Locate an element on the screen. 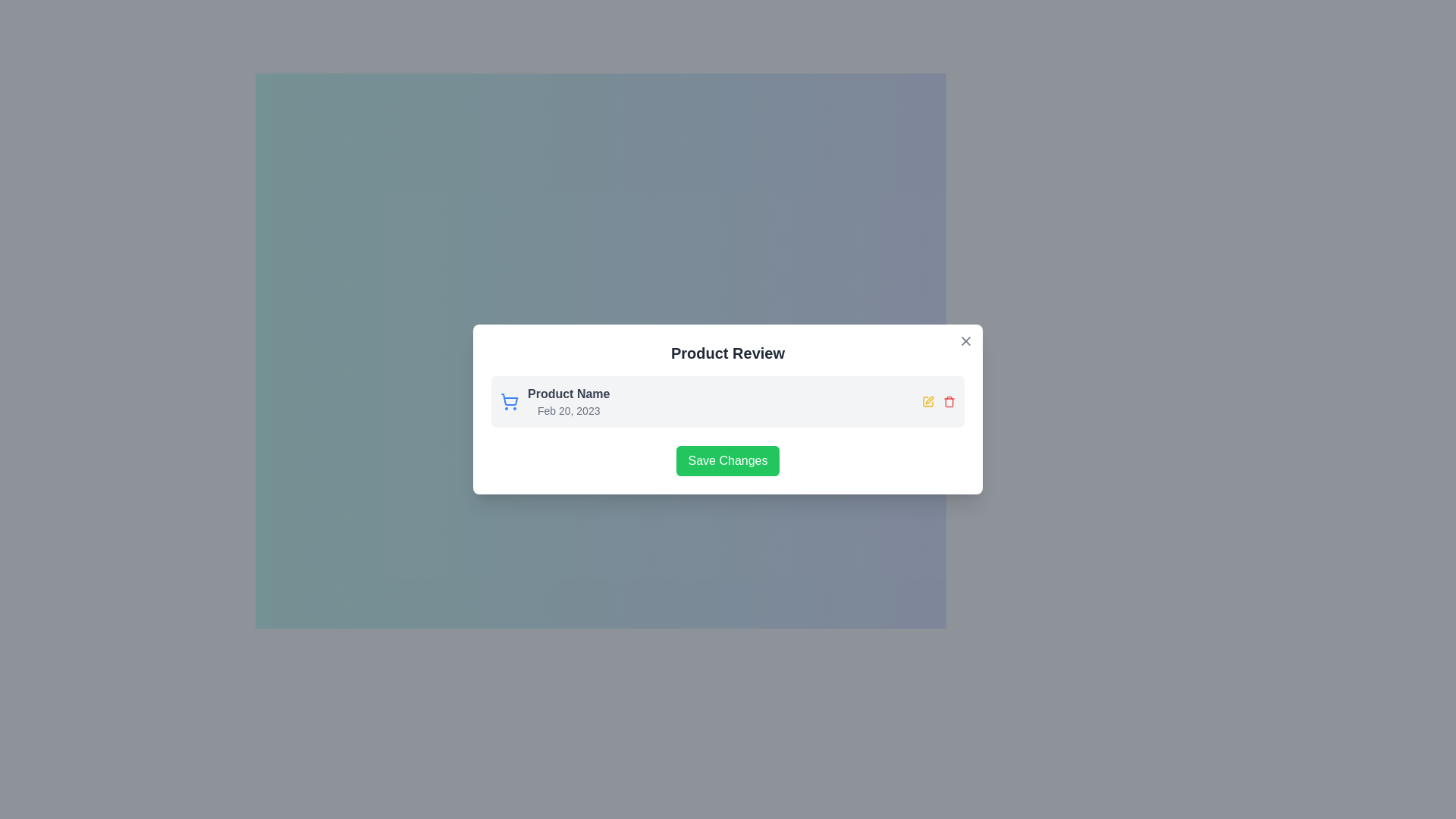 The height and width of the screenshot is (819, 1456). the close button icon, represented as a red 'X' within a white circular area, located at the top-right corner of the 'Product Review' dialog for visual feedback is located at coordinates (965, 341).